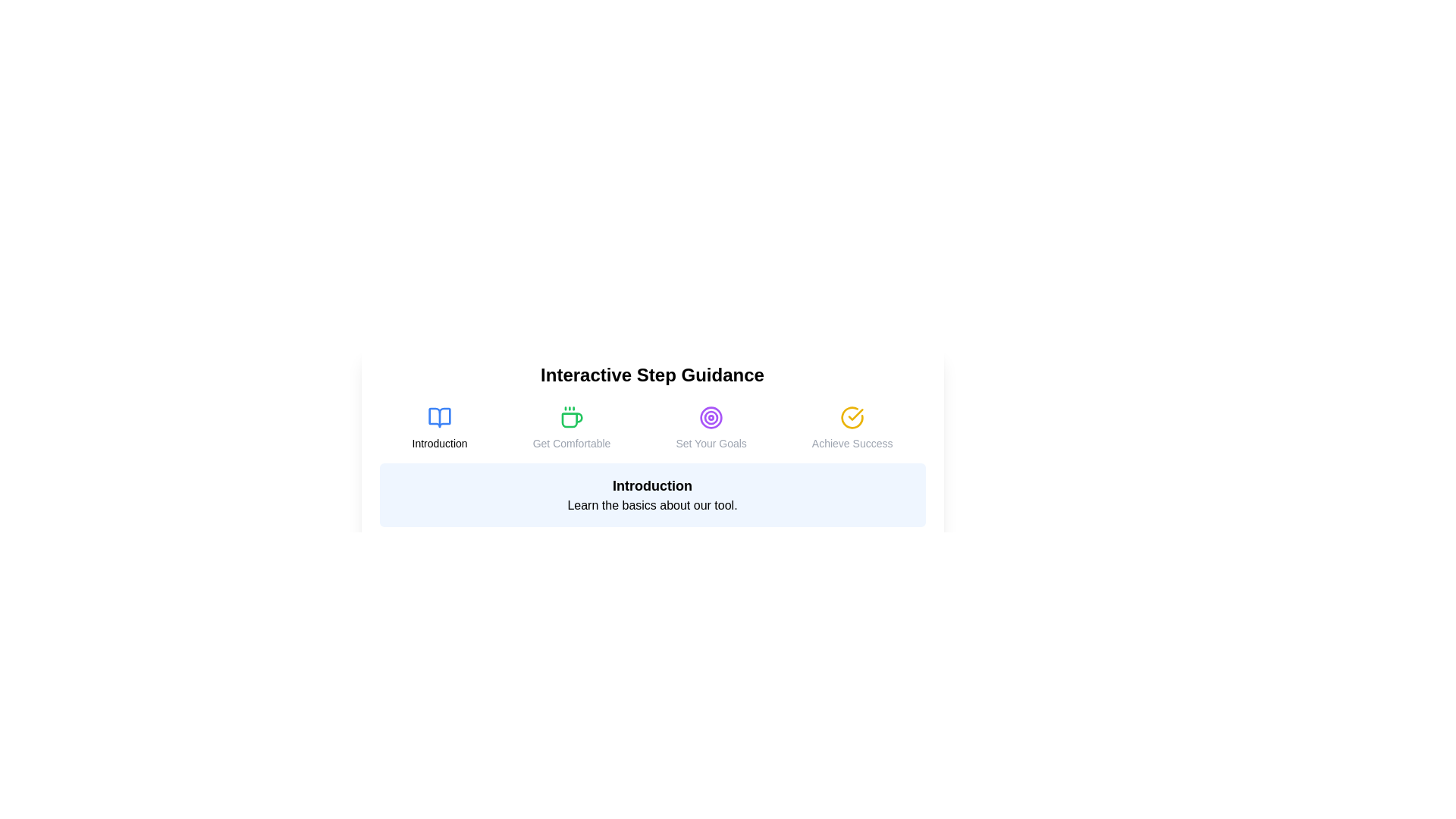 Image resolution: width=1456 pixels, height=819 pixels. Describe the element at coordinates (652, 485) in the screenshot. I see `the bold, large-sized text label displaying 'Introduction' which is centered horizontally within a light blue box and located near the top center of the page` at that location.